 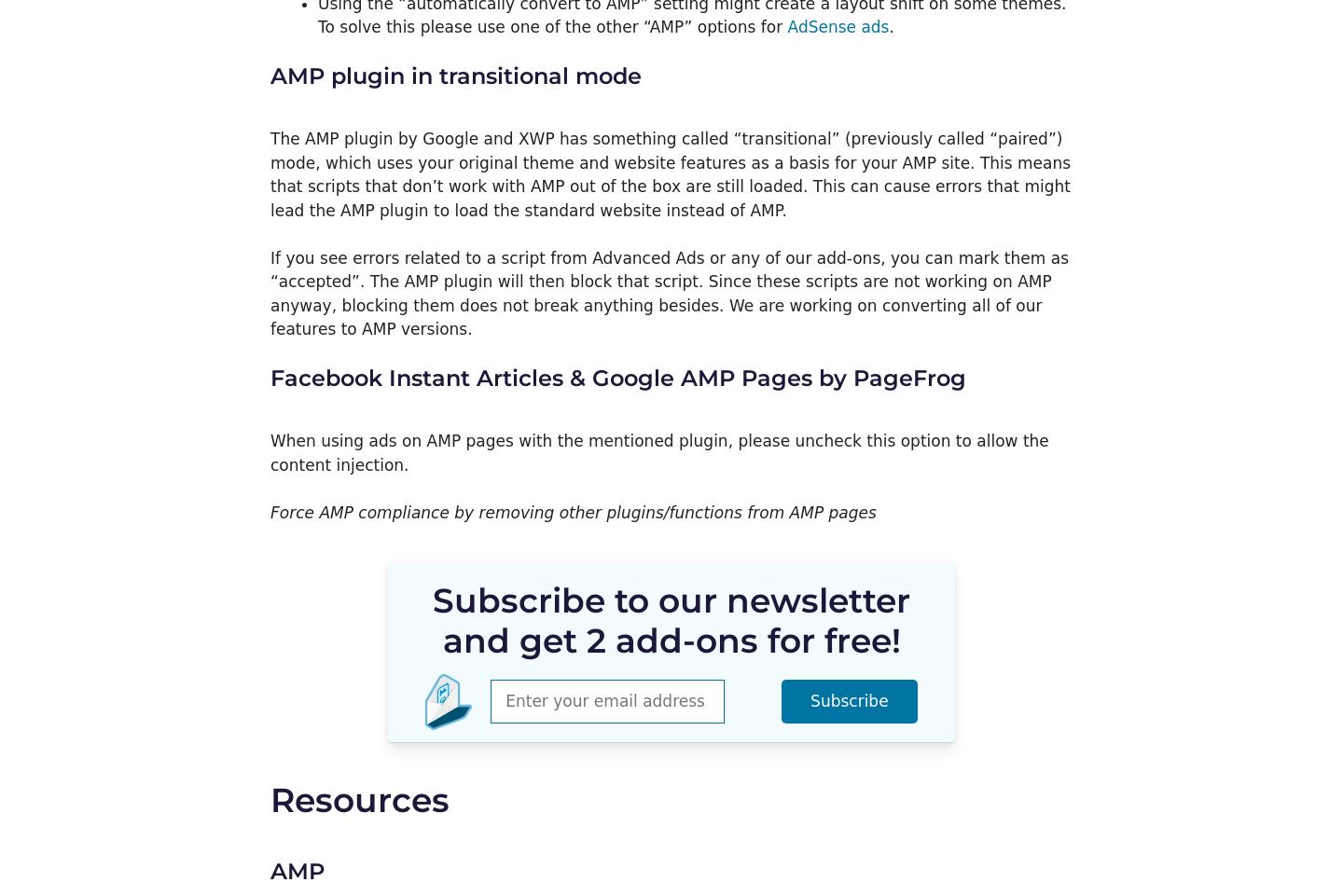 What do you see at coordinates (359, 798) in the screenshot?
I see `'Resources'` at bounding box center [359, 798].